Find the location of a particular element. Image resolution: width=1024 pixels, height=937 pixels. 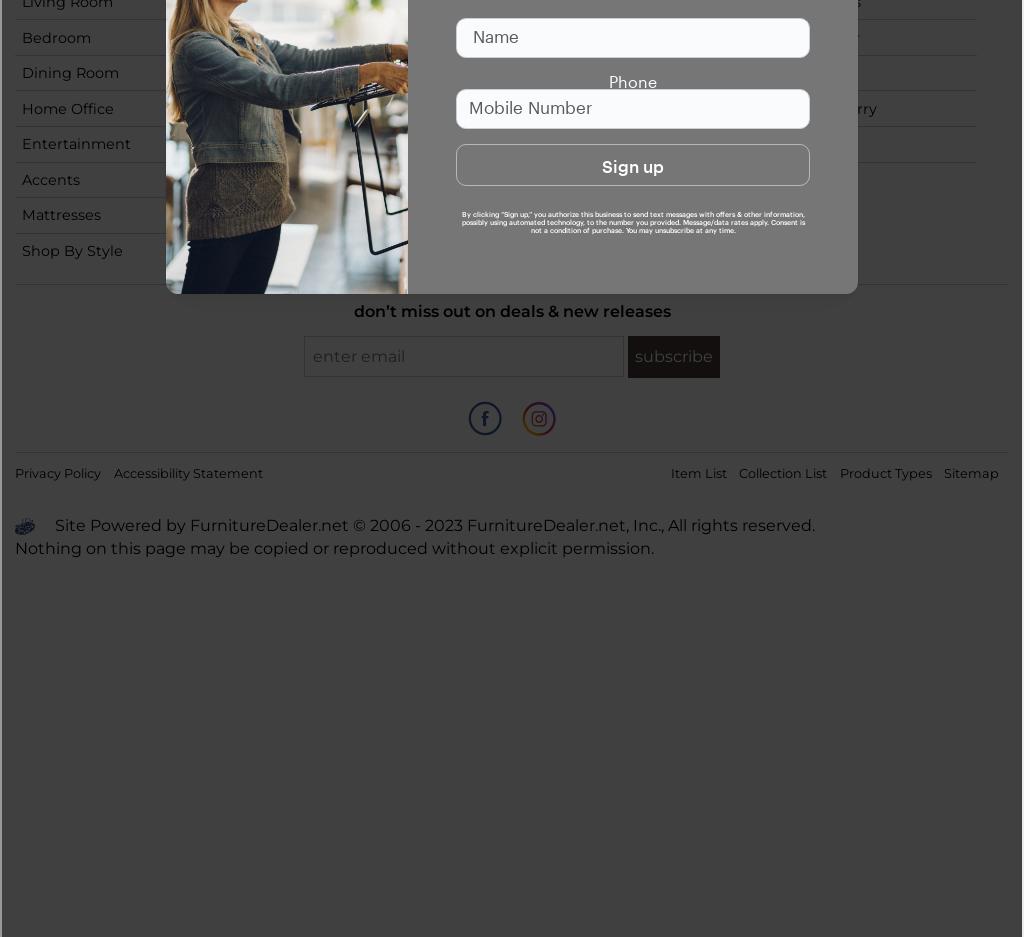

'Item List' is located at coordinates (697, 473).